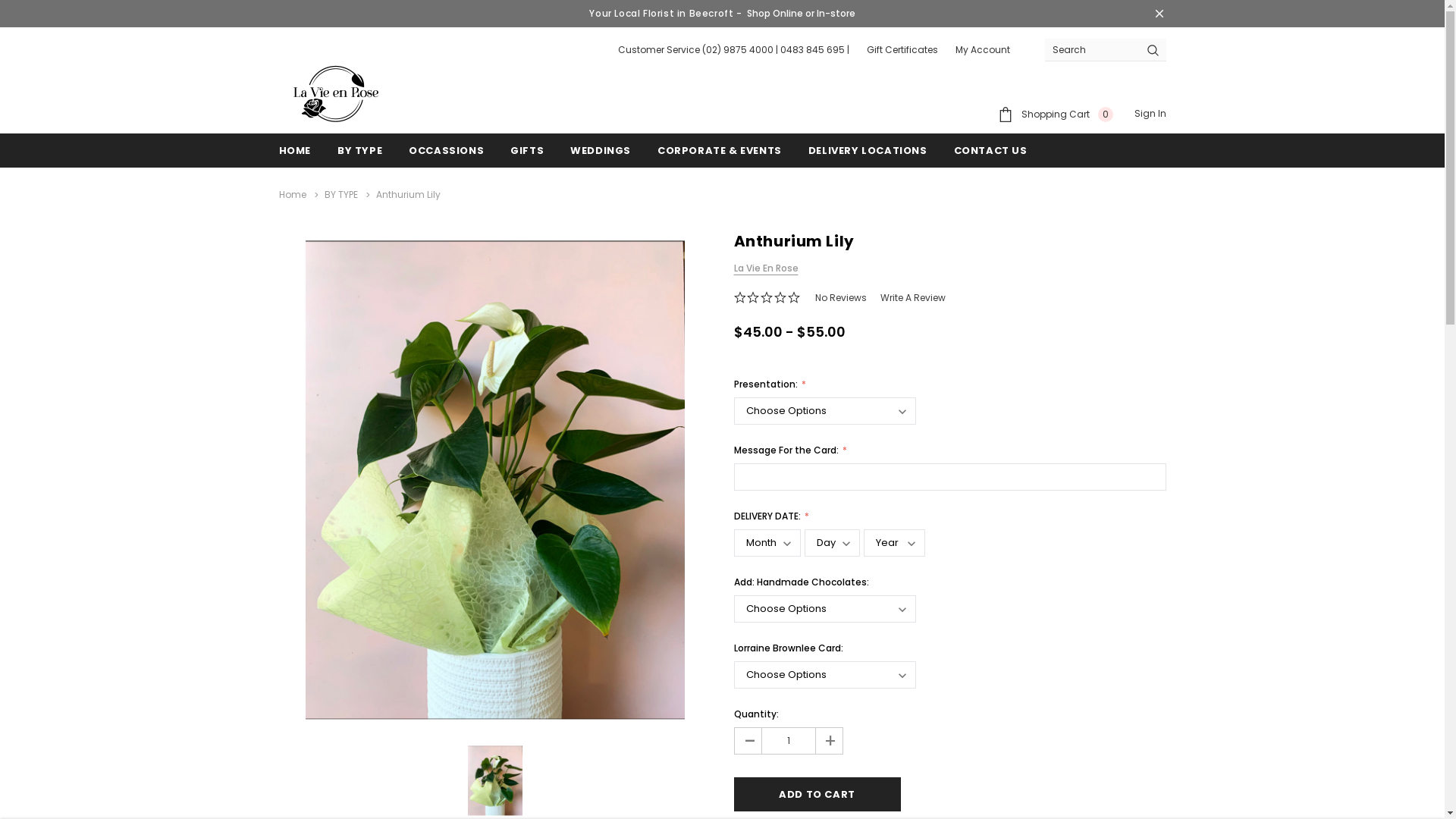 This screenshot has width=1456, height=819. What do you see at coordinates (719, 150) in the screenshot?
I see `'CORPORATE & EVENTS'` at bounding box center [719, 150].